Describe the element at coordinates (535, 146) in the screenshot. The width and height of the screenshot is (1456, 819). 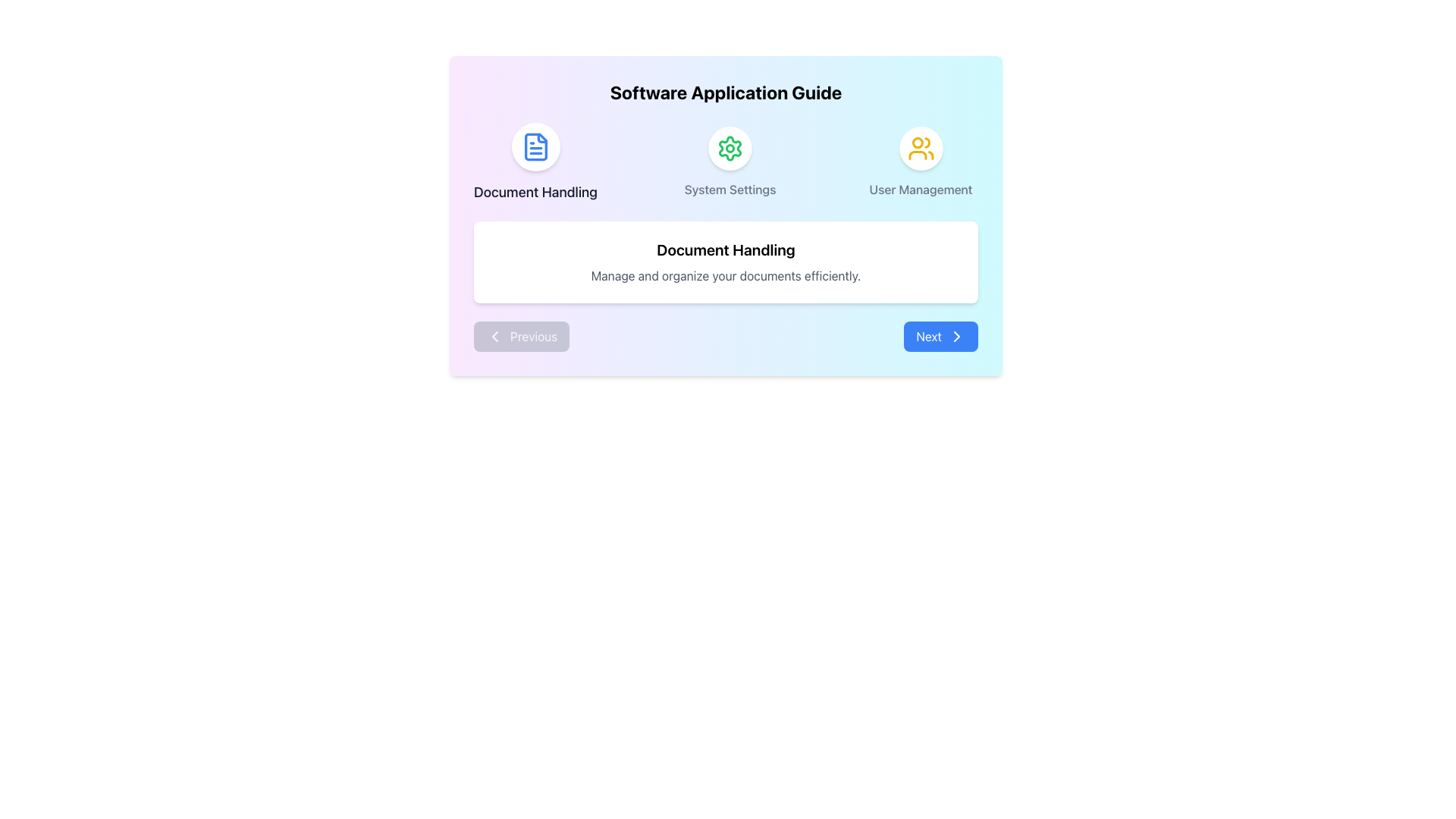
I see `the icon representing the 'Document Handling' section, located in the top-left area above the 'Document Handling' text` at that location.